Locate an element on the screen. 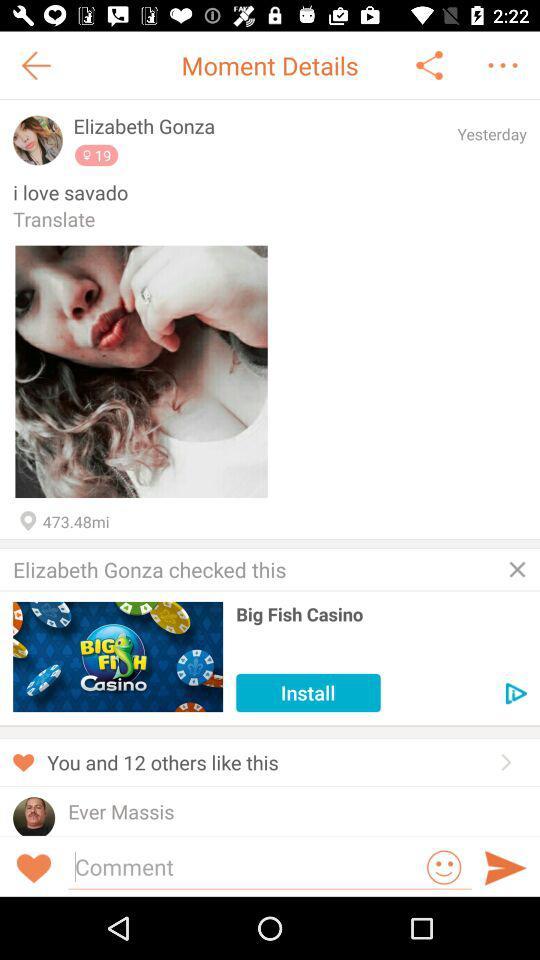  advertisement details is located at coordinates (516, 693).